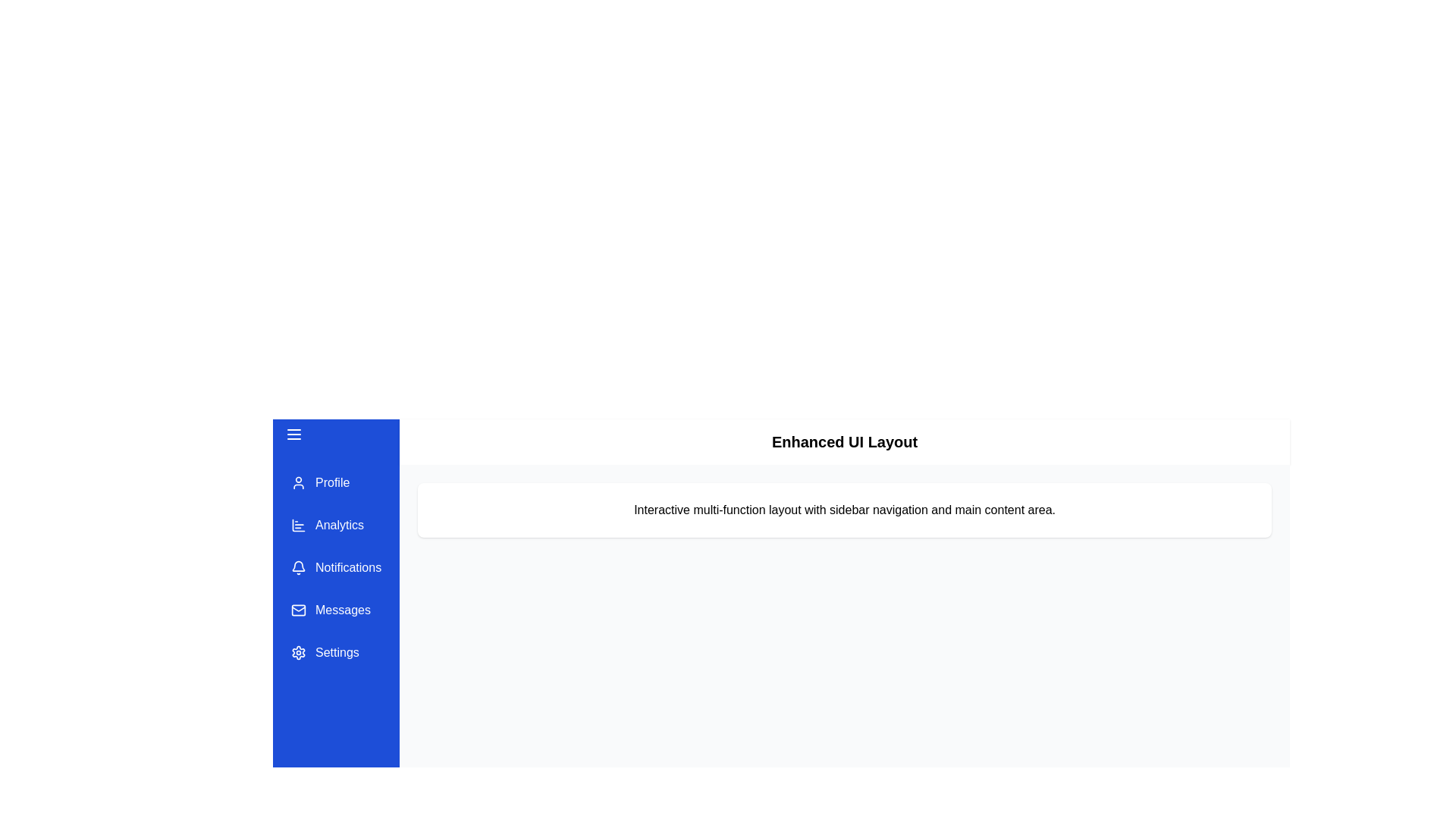 Image resolution: width=1456 pixels, height=819 pixels. What do you see at coordinates (298, 482) in the screenshot?
I see `the user profile icon with a blue background located on the left sidebar, preceding the 'Profile' text label` at bounding box center [298, 482].